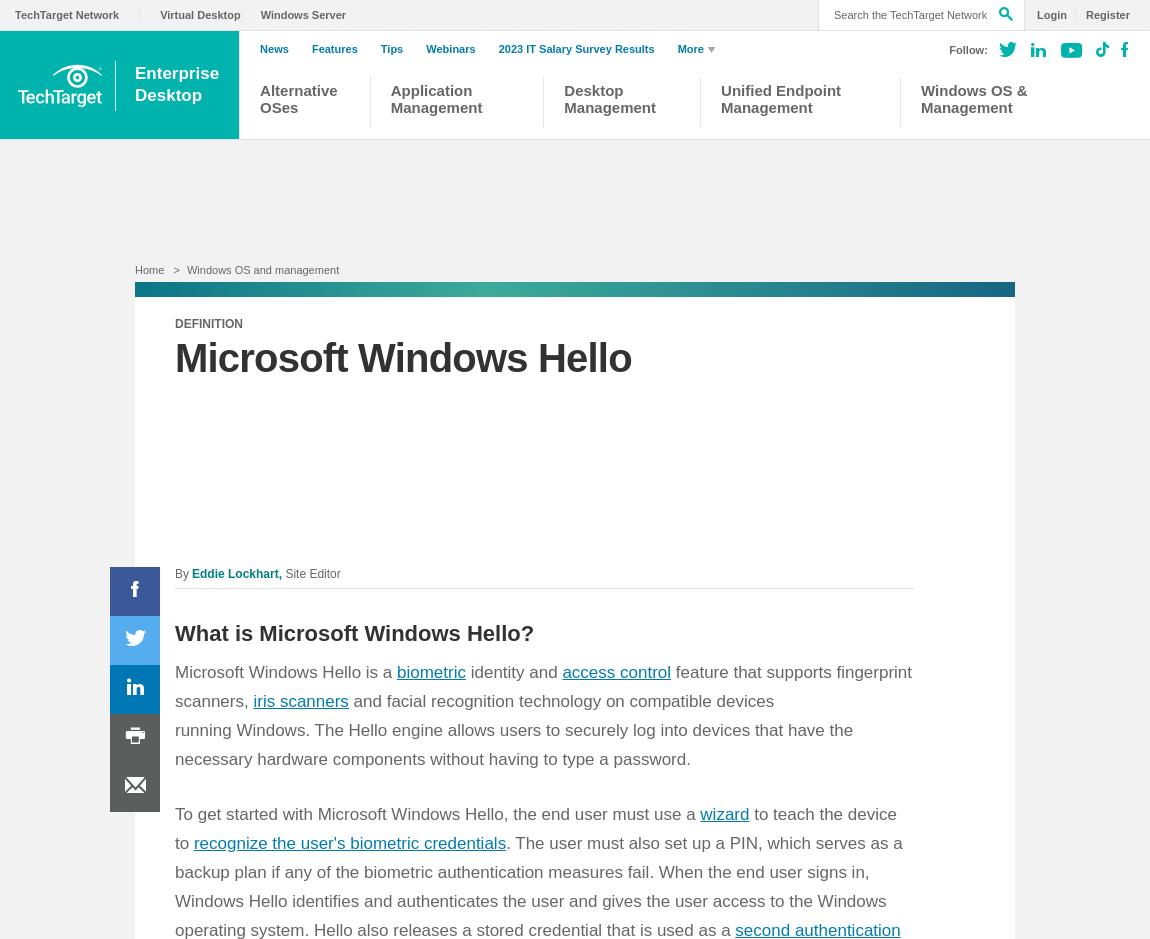 Image resolution: width=1150 pixels, height=939 pixels. I want to click on 'More', so click(676, 48).